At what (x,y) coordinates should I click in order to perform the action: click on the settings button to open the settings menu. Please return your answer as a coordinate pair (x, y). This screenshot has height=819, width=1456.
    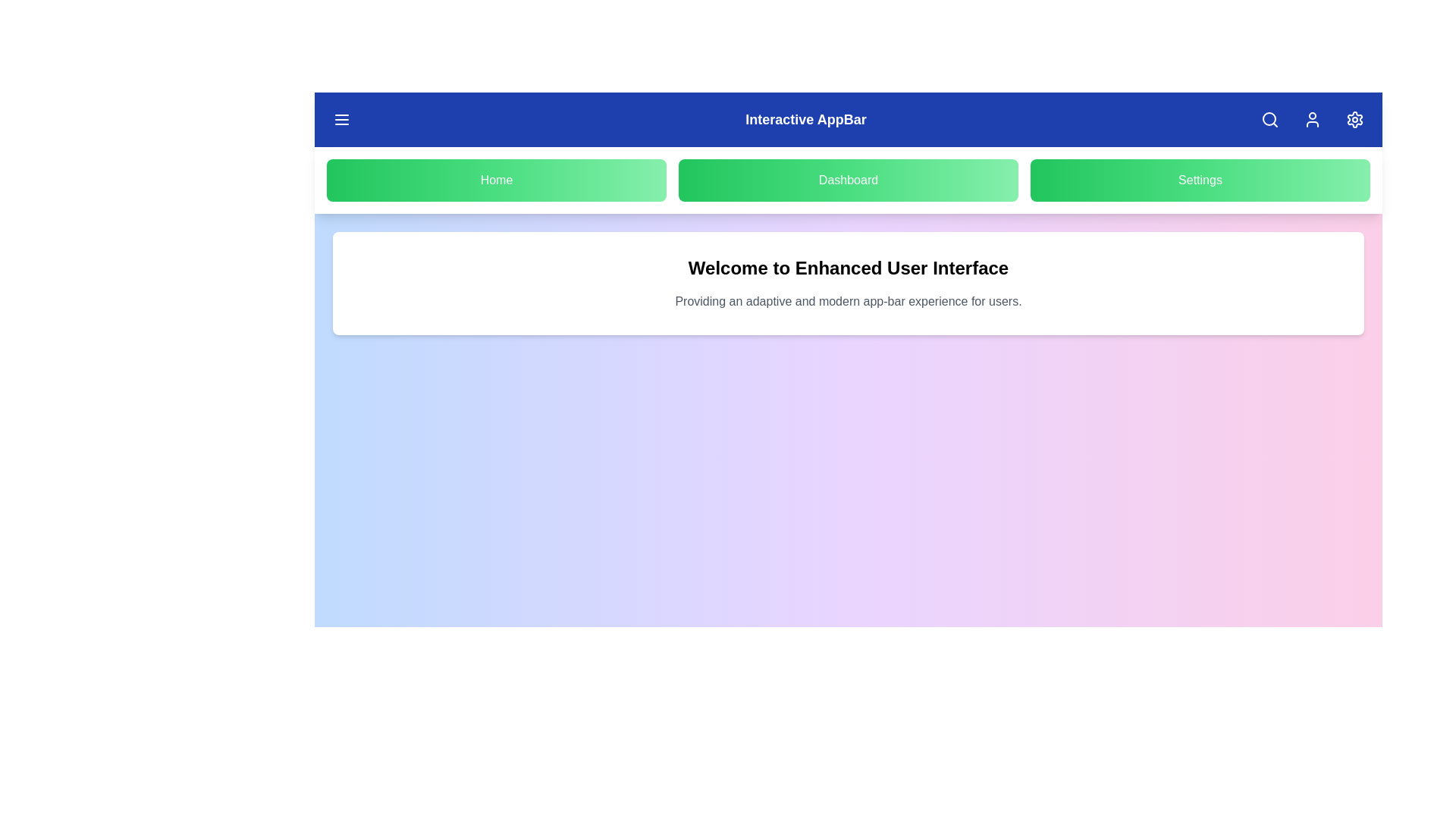
    Looking at the image, I should click on (1354, 119).